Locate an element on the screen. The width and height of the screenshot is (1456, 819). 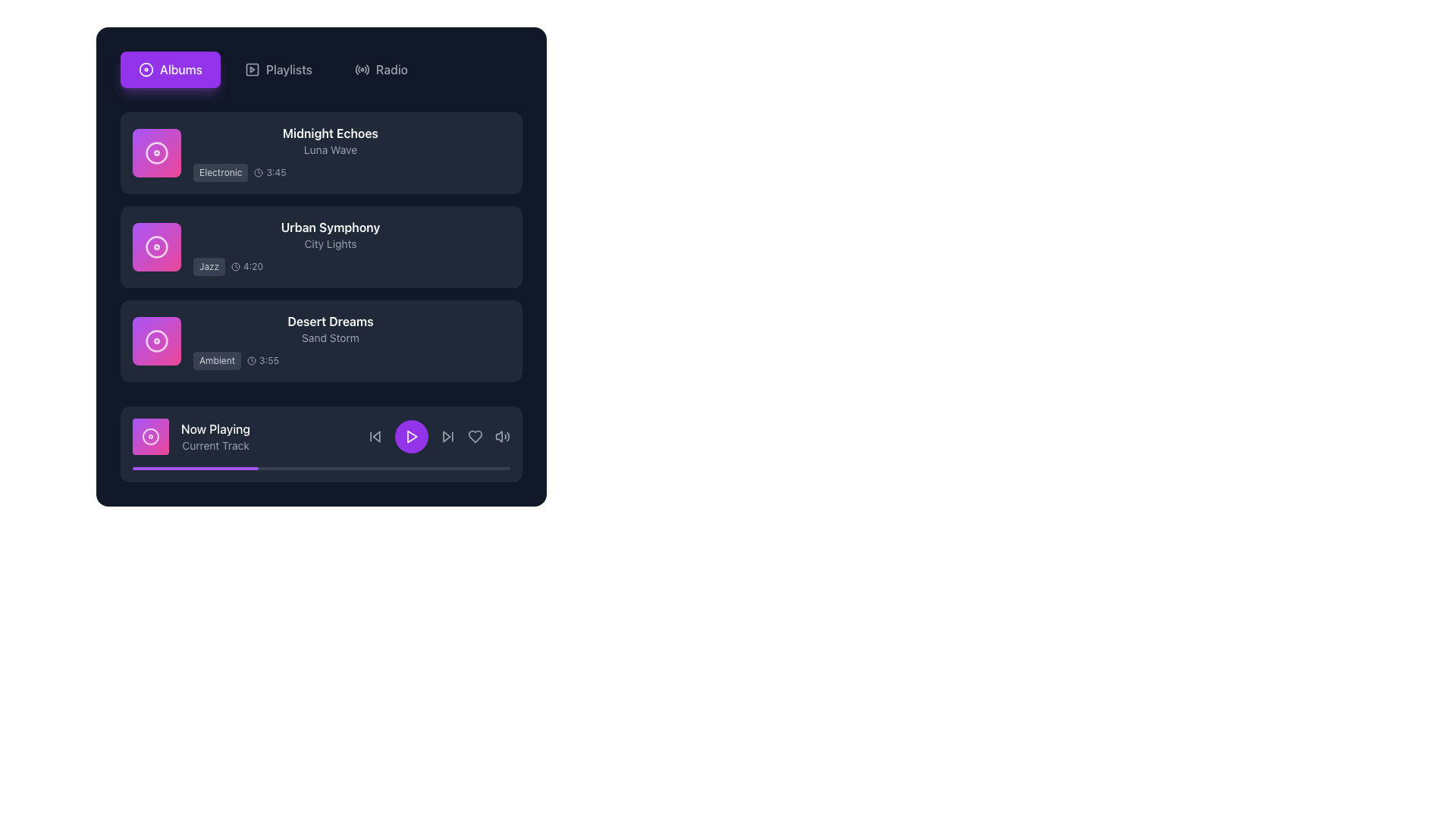
the 'Playlists' text-based navigation link, which is the second item in the top navigation menu is located at coordinates (289, 70).